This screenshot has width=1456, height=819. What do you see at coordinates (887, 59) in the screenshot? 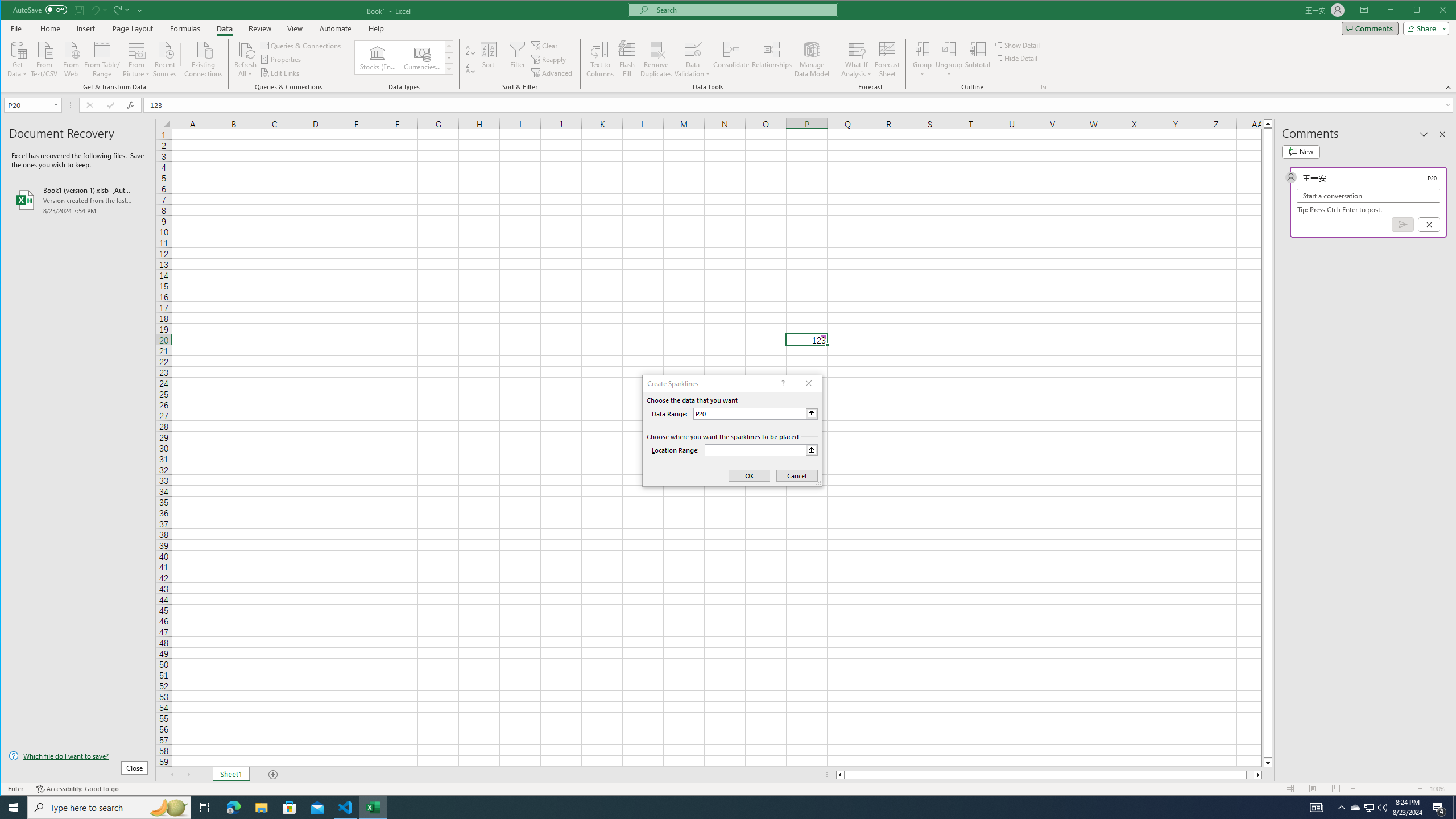
I see `'Forecast Sheet'` at bounding box center [887, 59].